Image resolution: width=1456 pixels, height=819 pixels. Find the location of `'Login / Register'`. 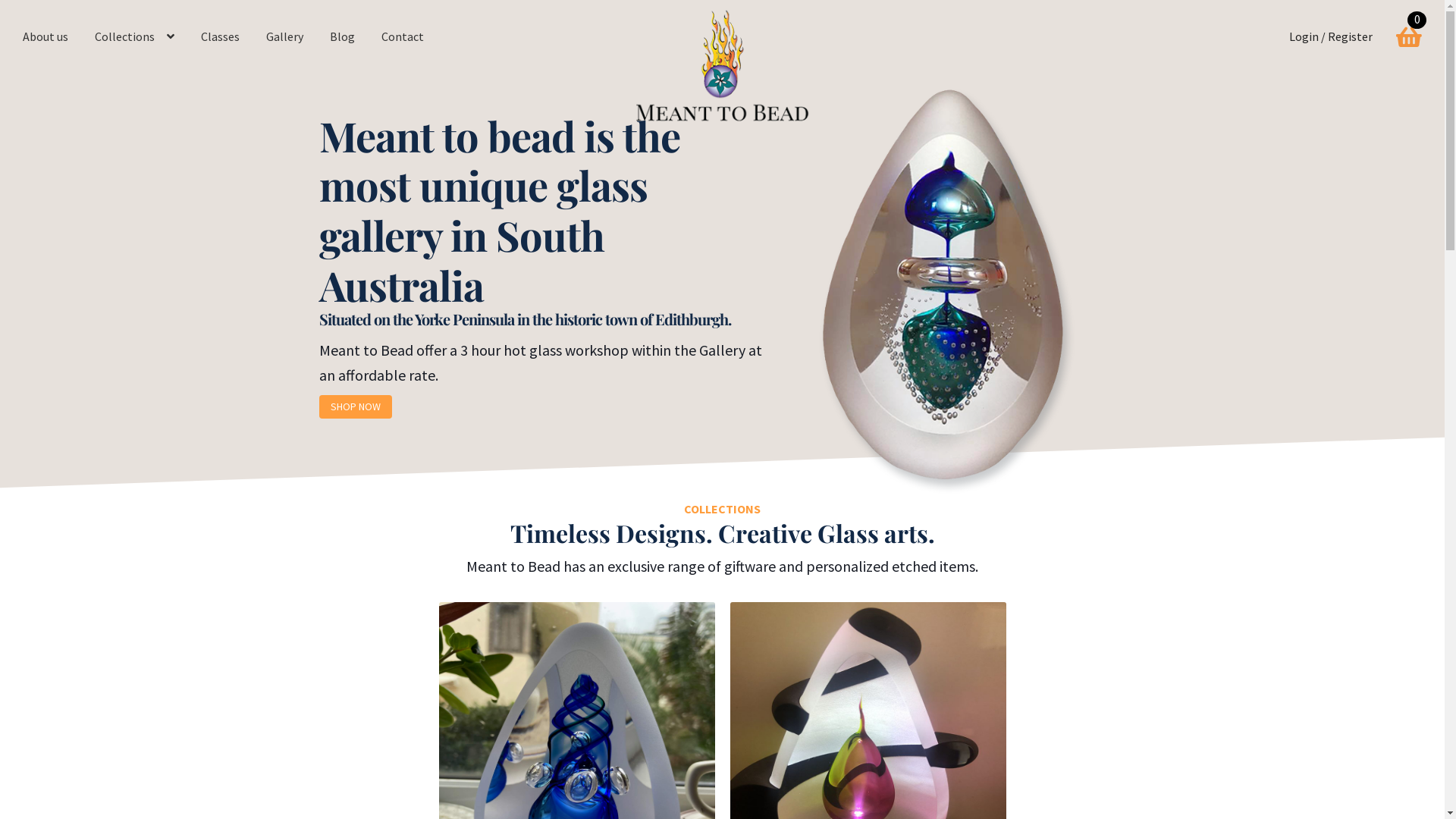

'Login / Register' is located at coordinates (1330, 36).